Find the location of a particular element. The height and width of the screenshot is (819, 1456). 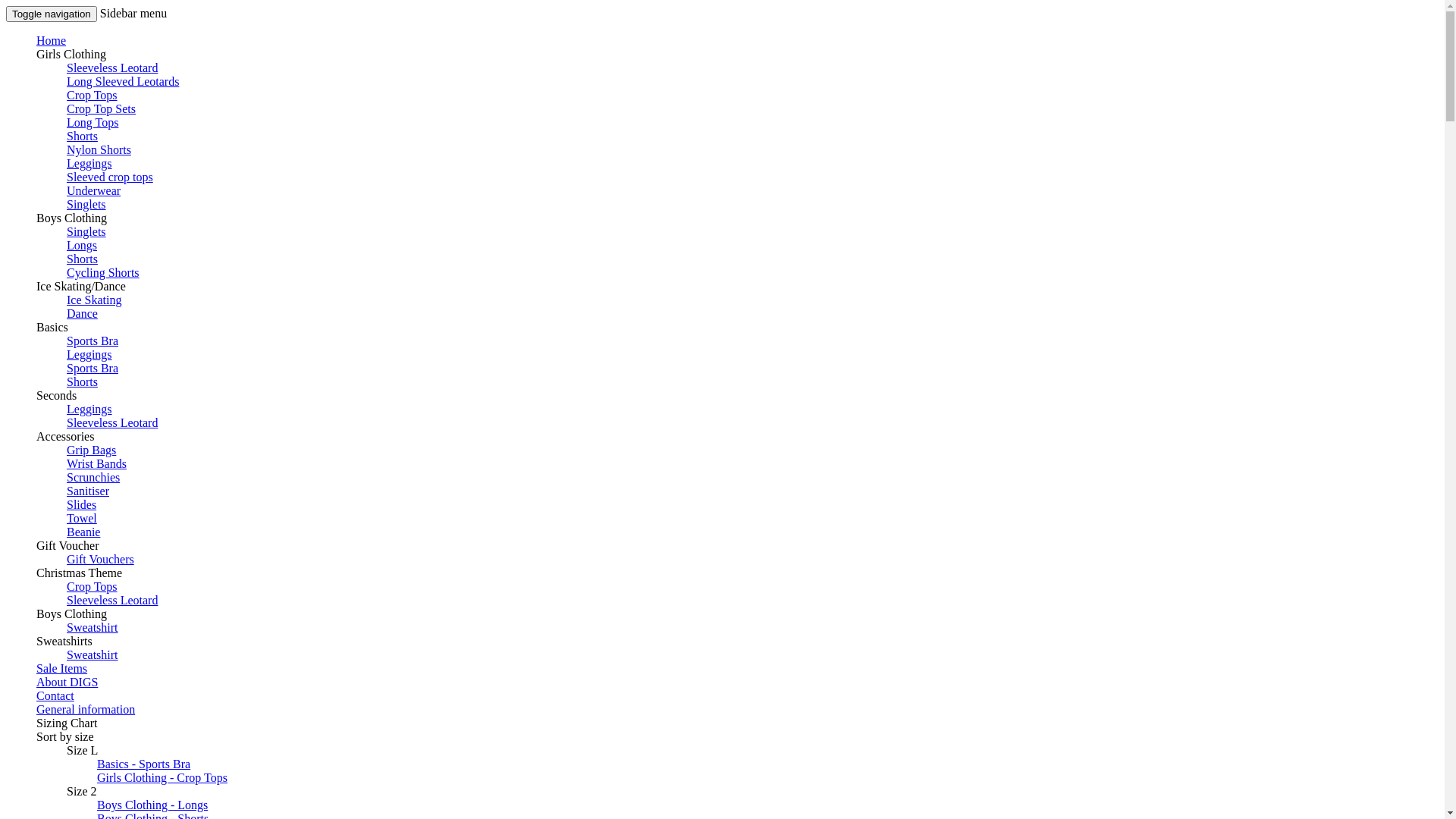

'Nylon Shorts' is located at coordinates (65, 149).